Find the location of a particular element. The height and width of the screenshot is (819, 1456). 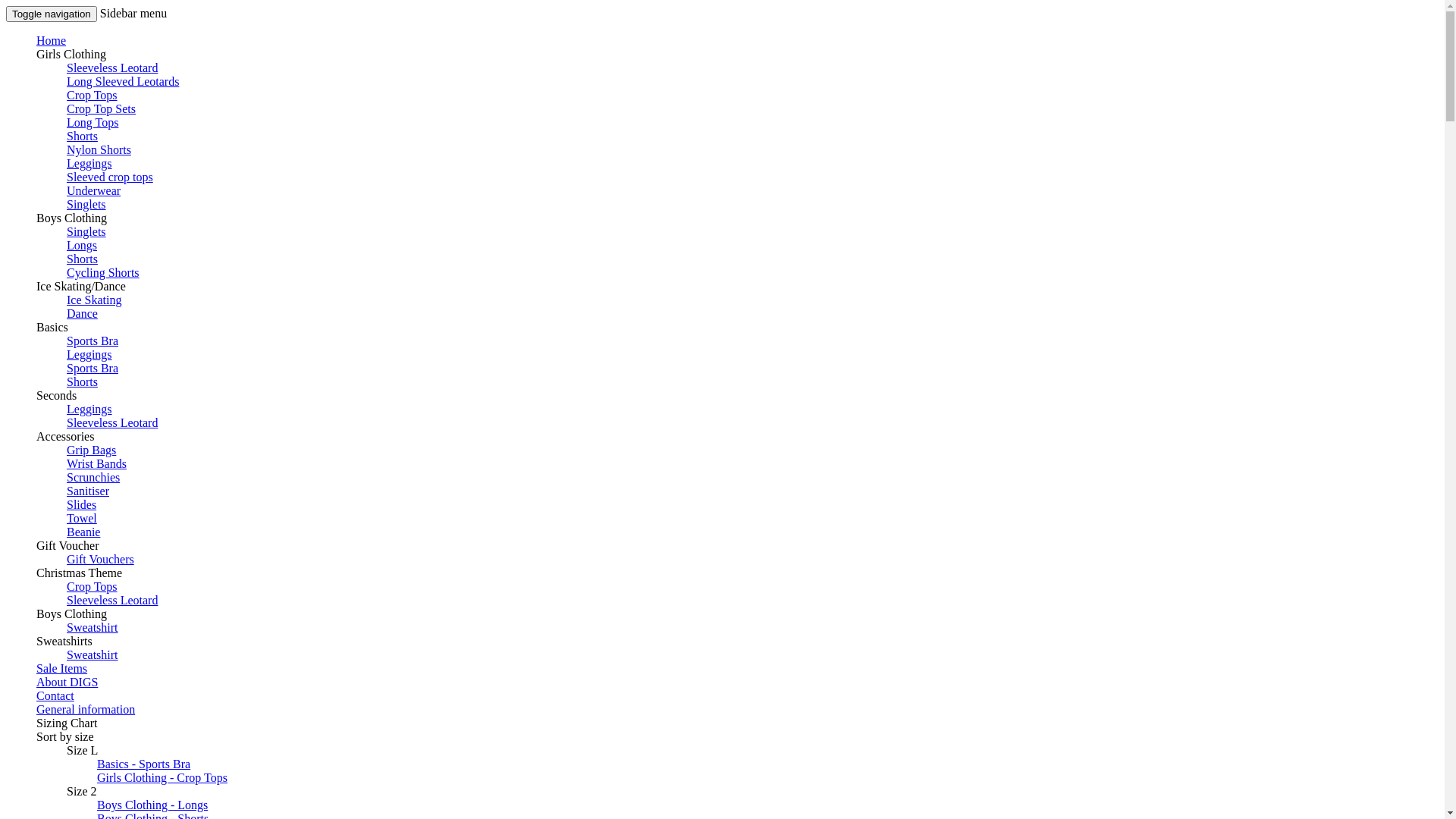

'Nylon Shorts' is located at coordinates (65, 149).